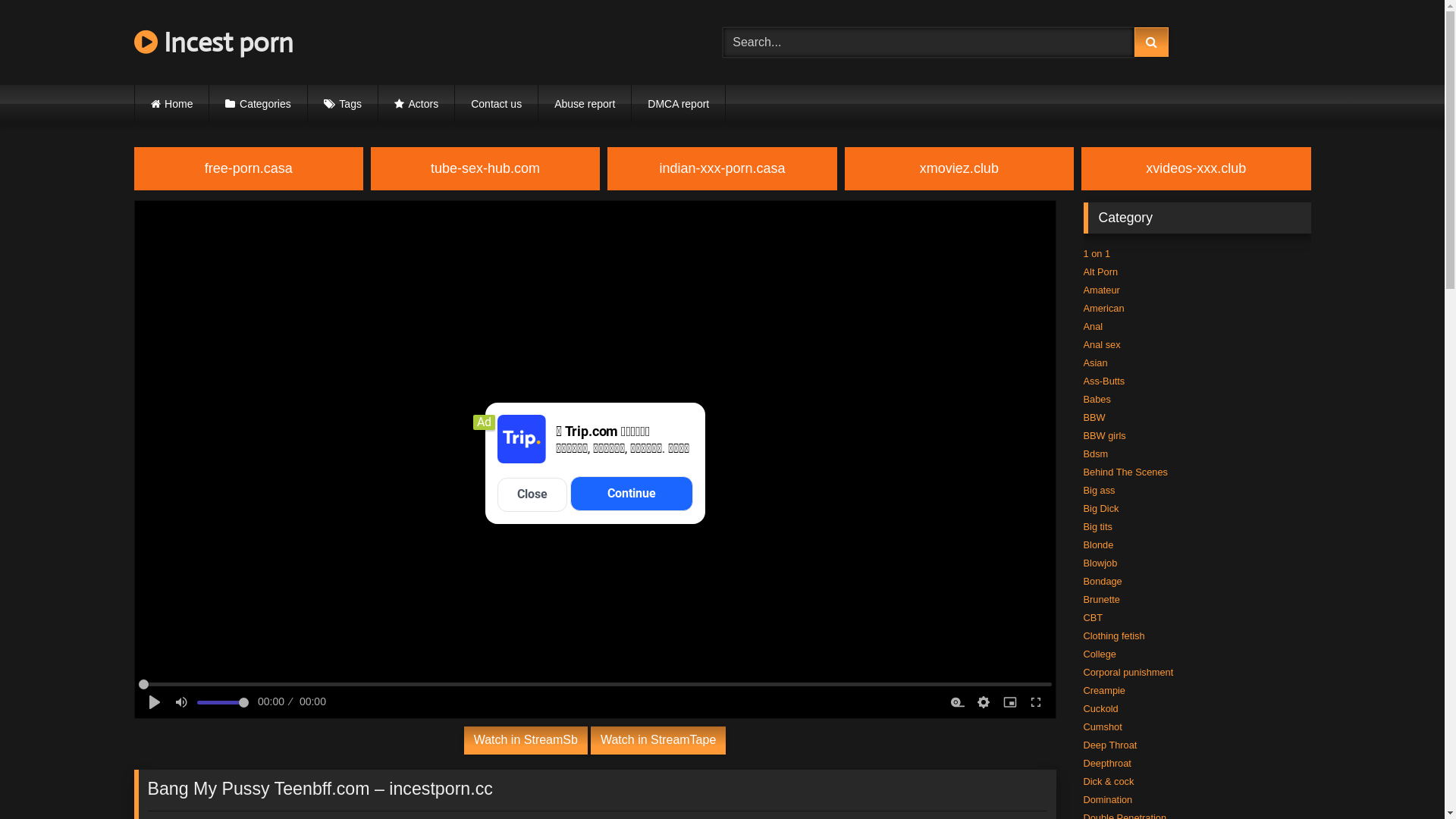 The height and width of the screenshot is (819, 1456). I want to click on 'CBT', so click(1092, 617).